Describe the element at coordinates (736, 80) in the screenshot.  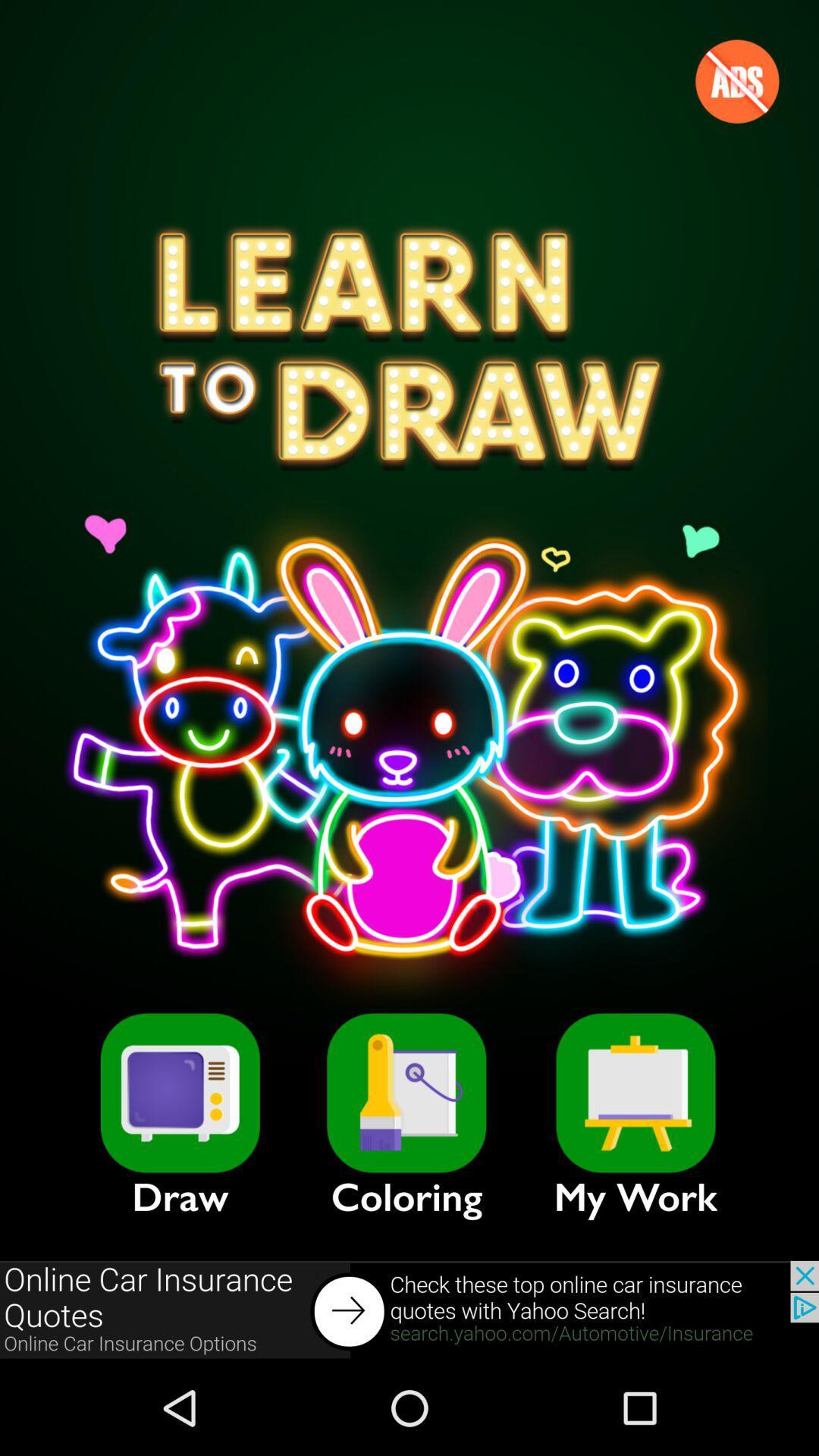
I see `no advertisement` at that location.